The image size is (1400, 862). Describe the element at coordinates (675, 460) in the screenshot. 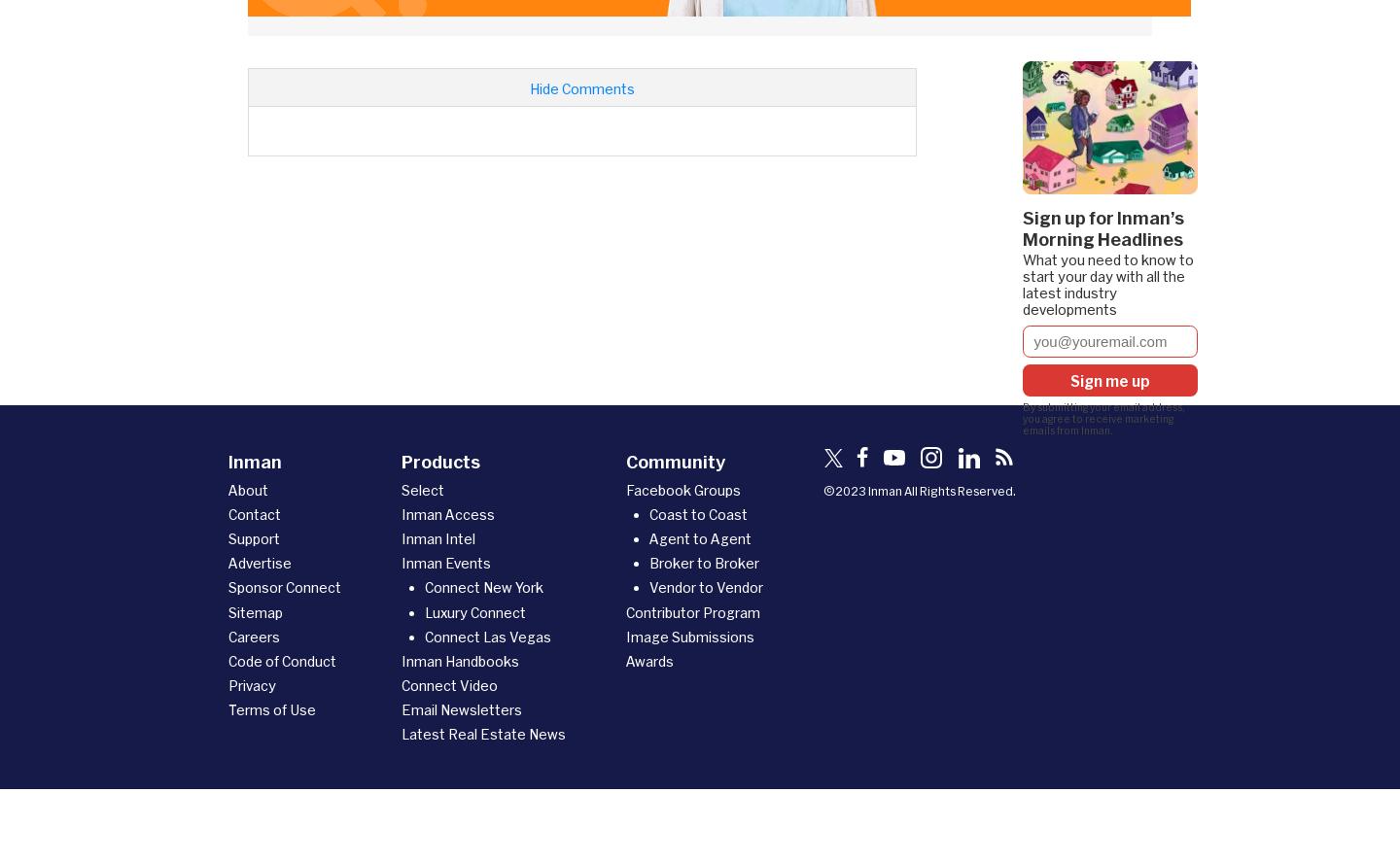

I see `'Community'` at that location.